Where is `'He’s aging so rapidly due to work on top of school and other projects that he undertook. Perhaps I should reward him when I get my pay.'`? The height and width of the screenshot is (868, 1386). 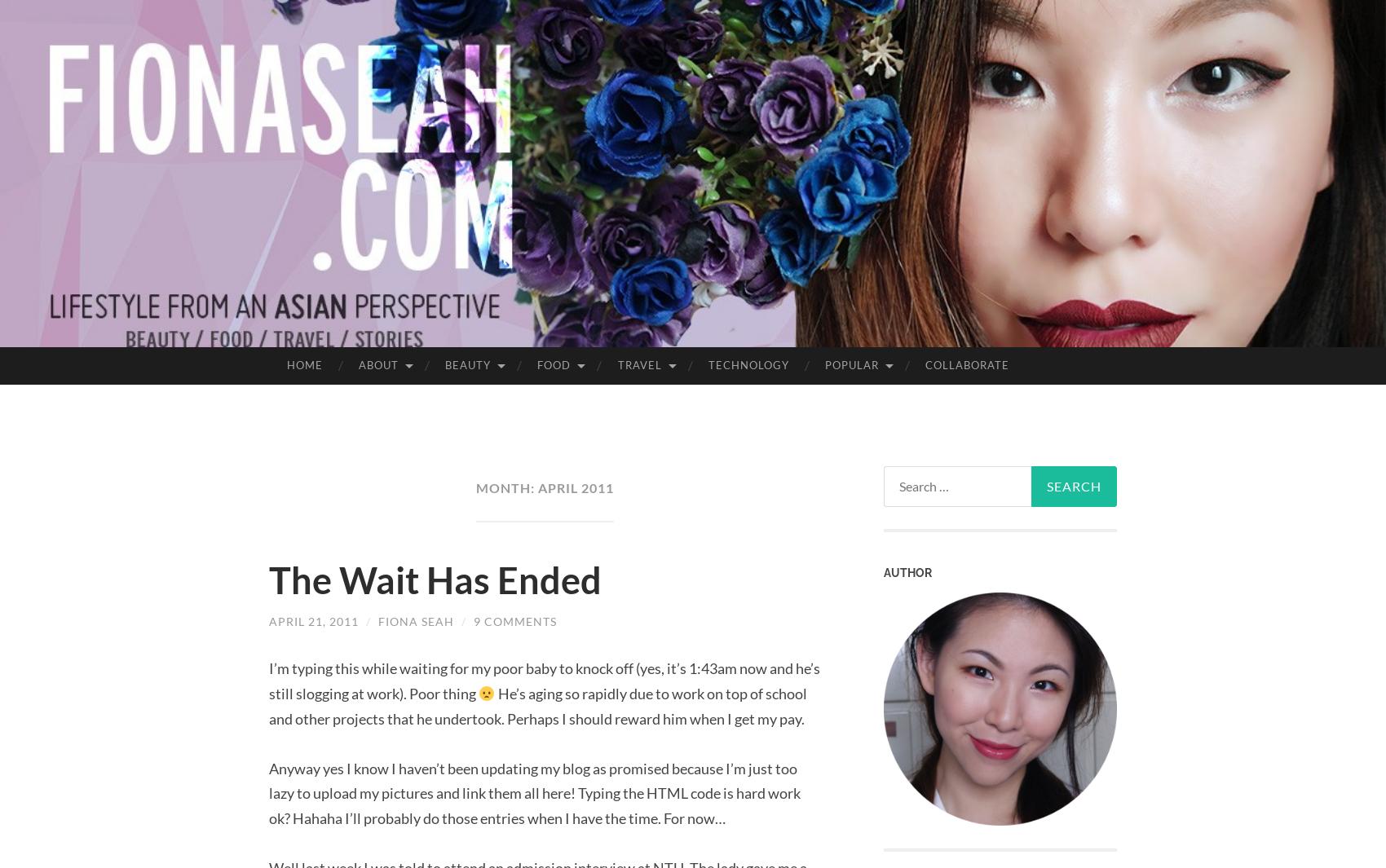
'He’s aging so rapidly due to work on top of school and other projects that he undertook. Perhaps I should reward him when I get my pay.' is located at coordinates (537, 705).